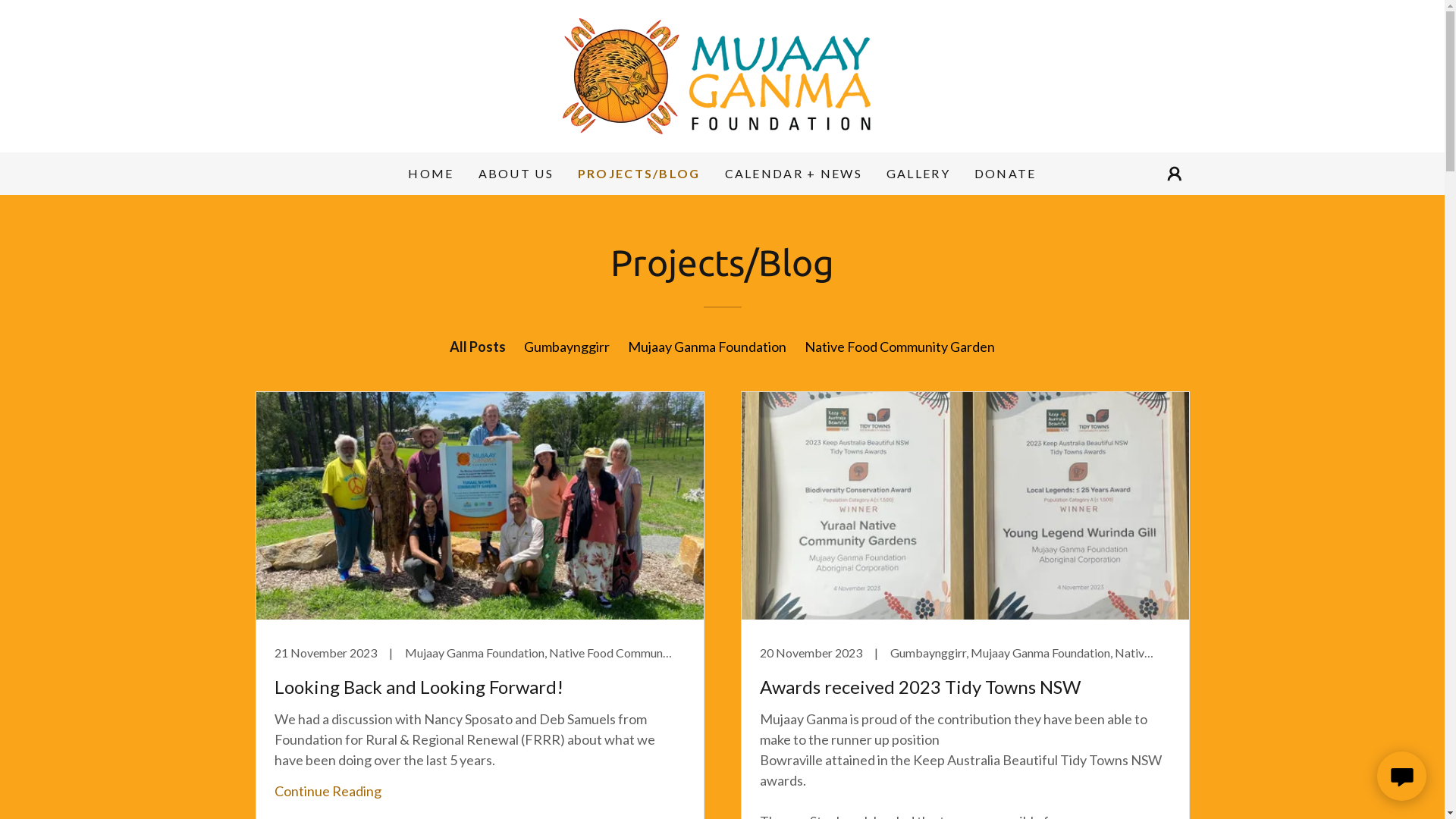 The height and width of the screenshot is (819, 1456). What do you see at coordinates (706, 346) in the screenshot?
I see `'Mujaay Ganma Foundation'` at bounding box center [706, 346].